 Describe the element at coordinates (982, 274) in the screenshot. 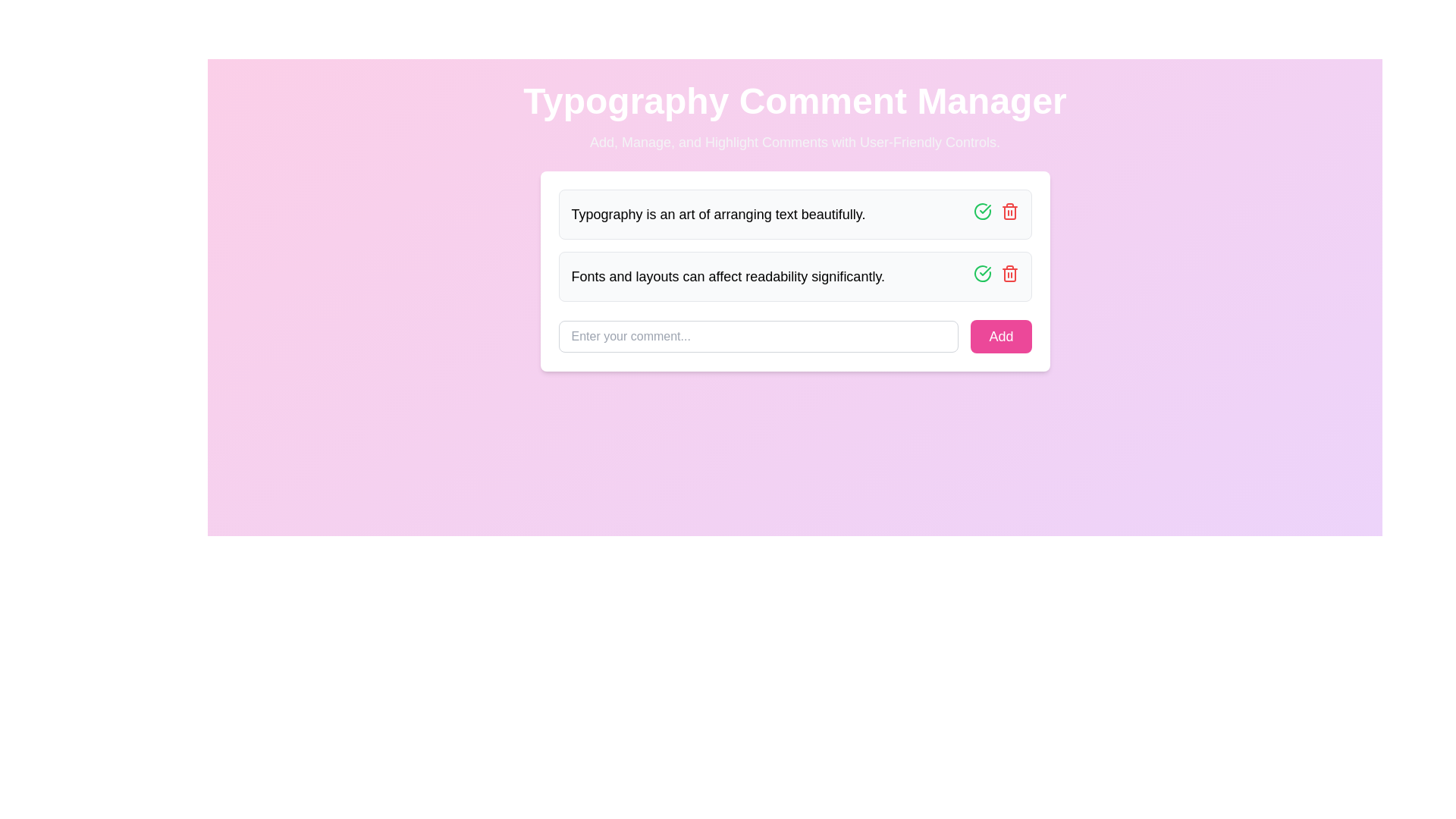

I see `the green check icon button, which represents confirmation, located at the top section of the actions list` at that location.